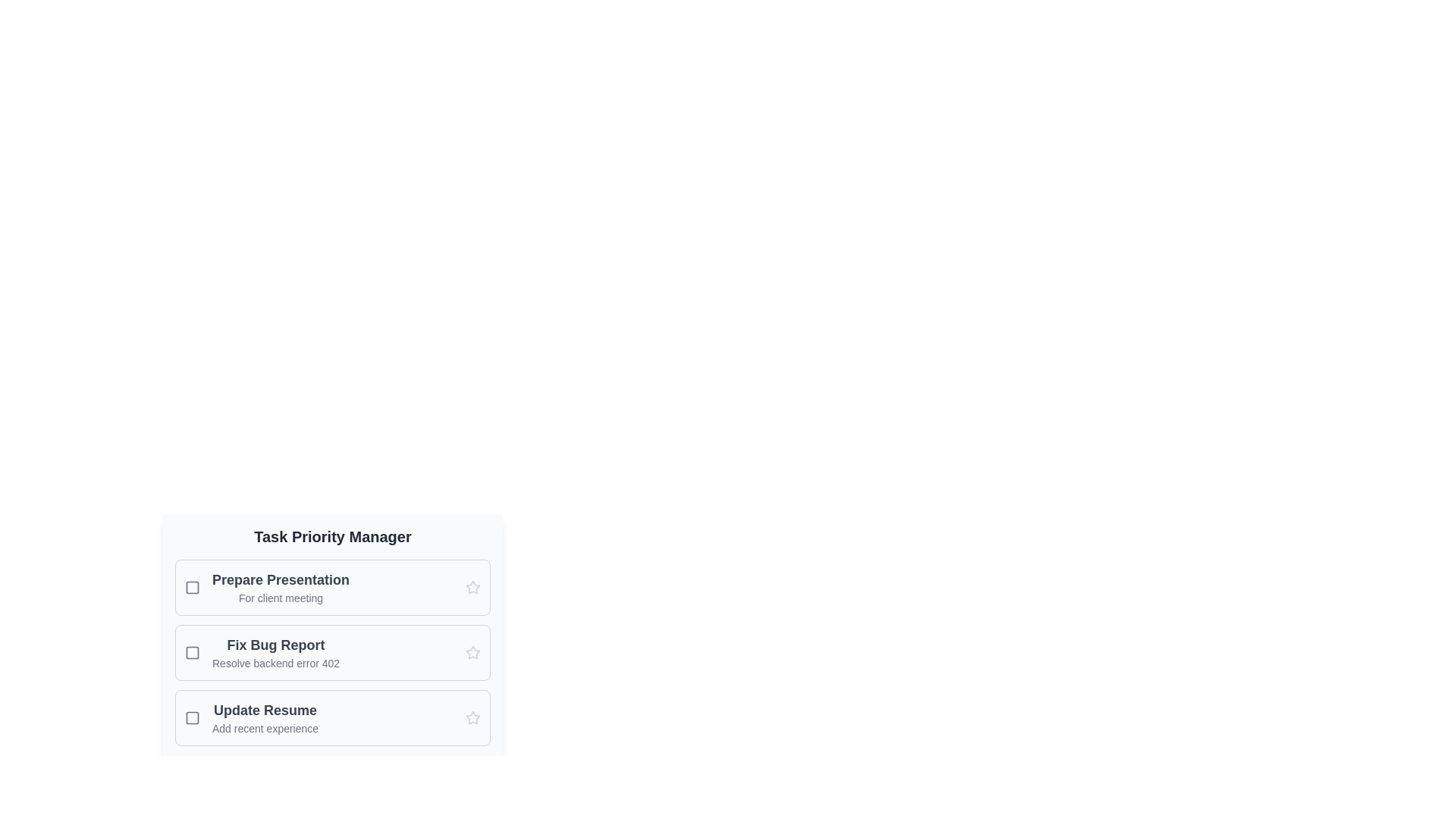 This screenshot has width=1456, height=819. I want to click on the informational Text label for the 'Update Resume' task, located beneath the title in the third row of a vertical list, so click(265, 727).